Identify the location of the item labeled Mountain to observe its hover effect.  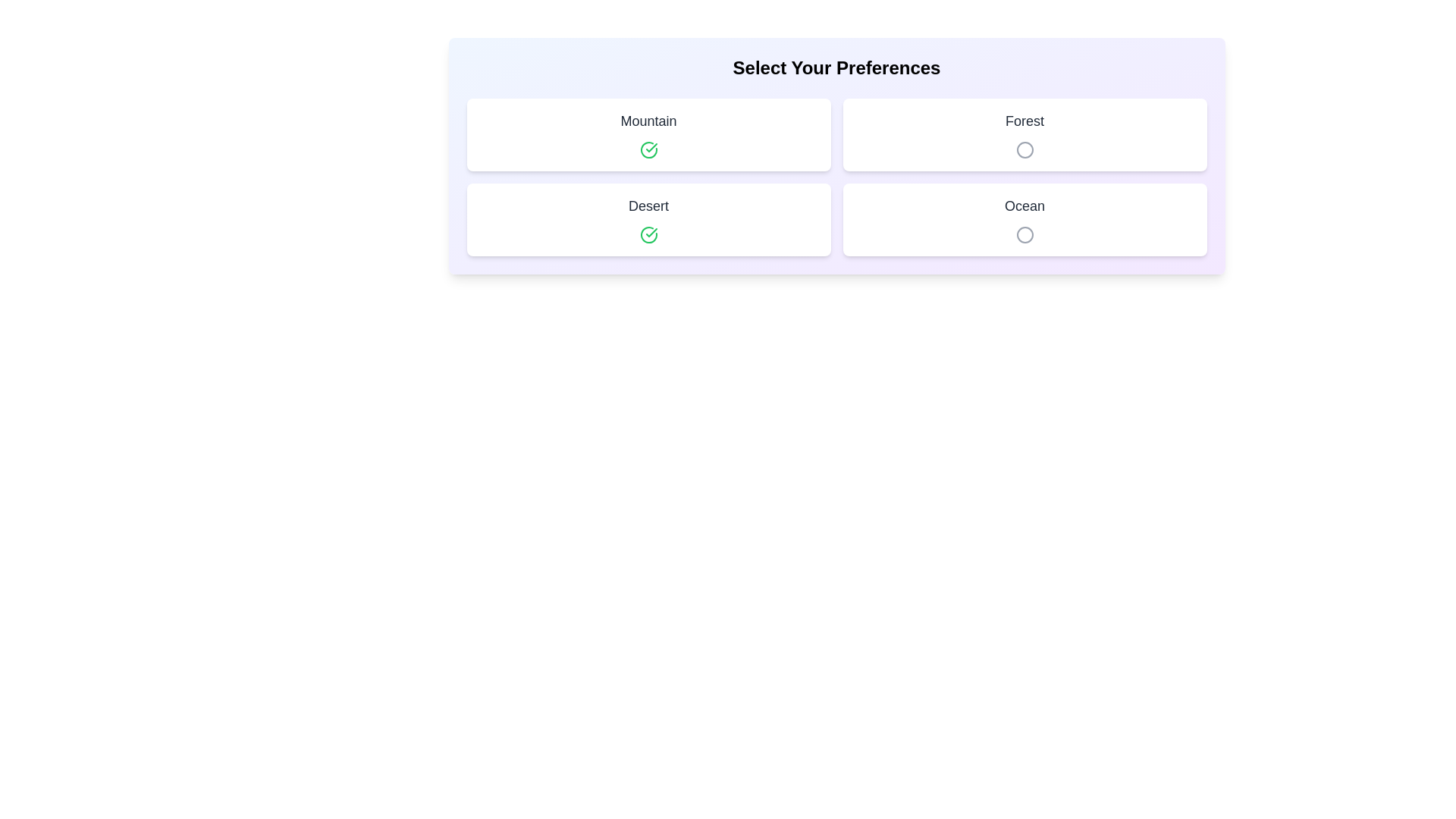
(648, 133).